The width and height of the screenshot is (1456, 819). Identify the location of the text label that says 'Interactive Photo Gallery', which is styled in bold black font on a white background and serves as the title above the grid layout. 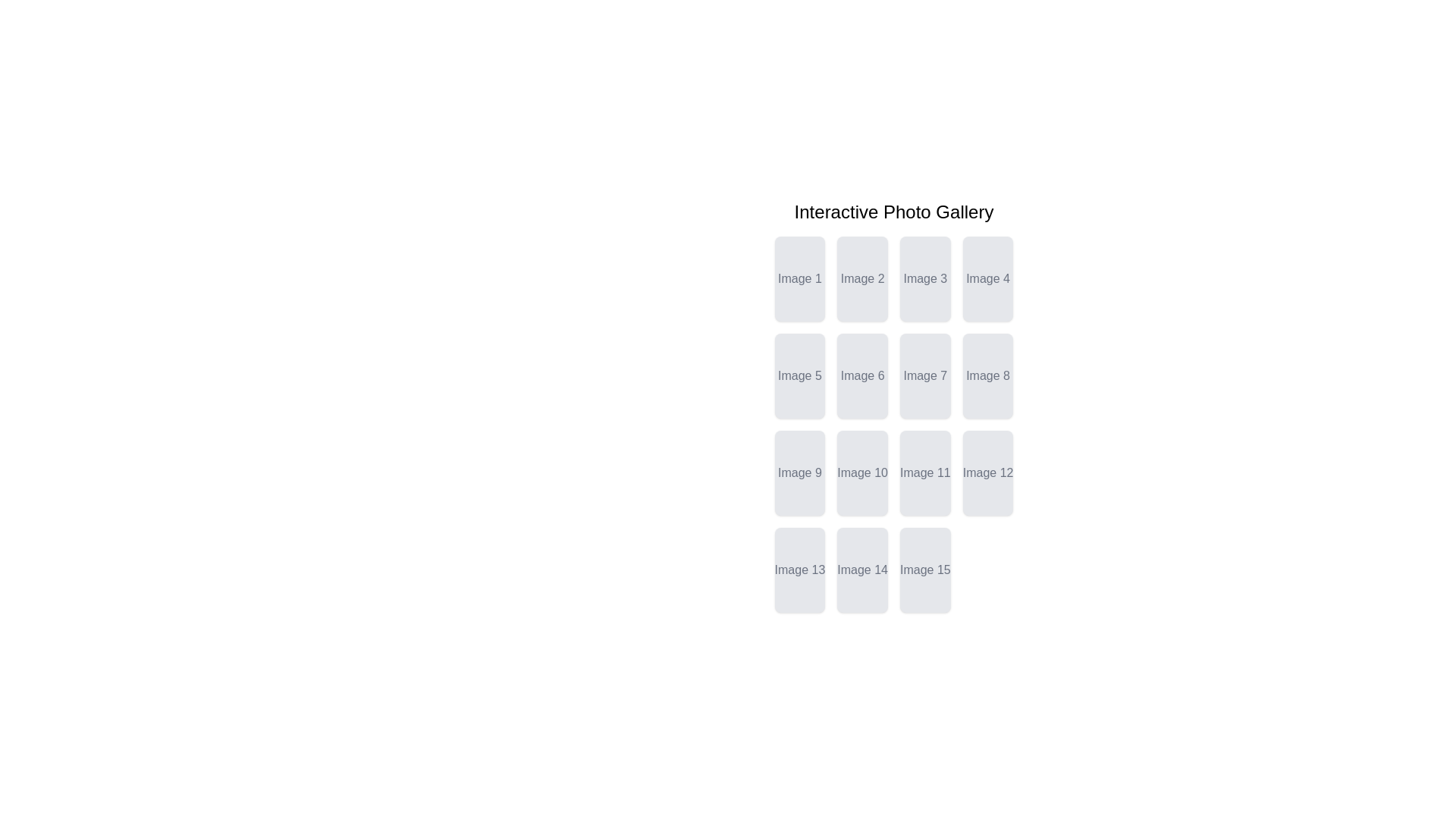
(894, 212).